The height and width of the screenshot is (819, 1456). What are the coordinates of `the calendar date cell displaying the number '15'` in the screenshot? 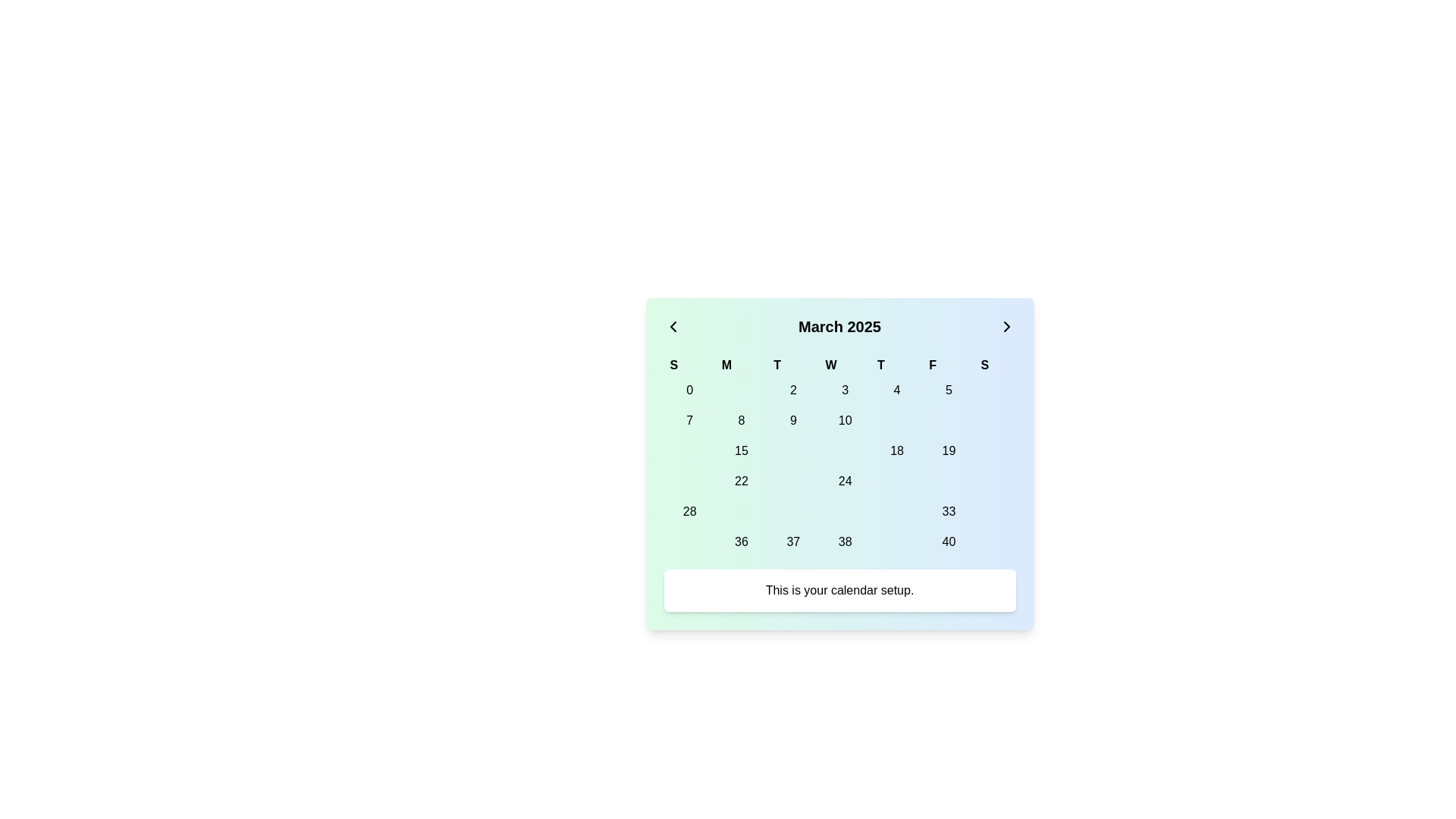 It's located at (742, 450).